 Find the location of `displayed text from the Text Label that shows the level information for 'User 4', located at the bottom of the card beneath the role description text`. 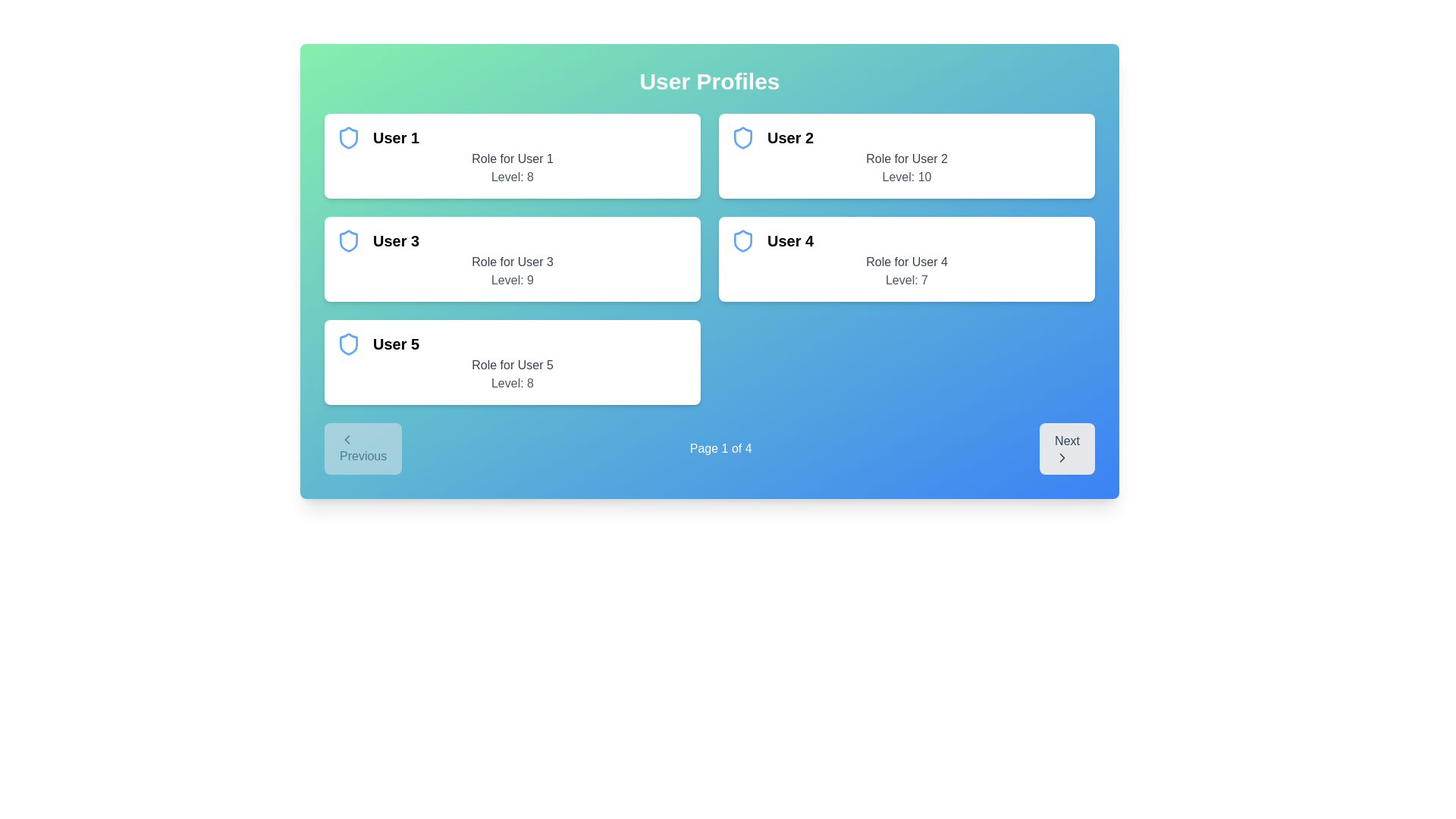

displayed text from the Text Label that shows the level information for 'User 4', located at the bottom of the card beneath the role description text is located at coordinates (906, 281).